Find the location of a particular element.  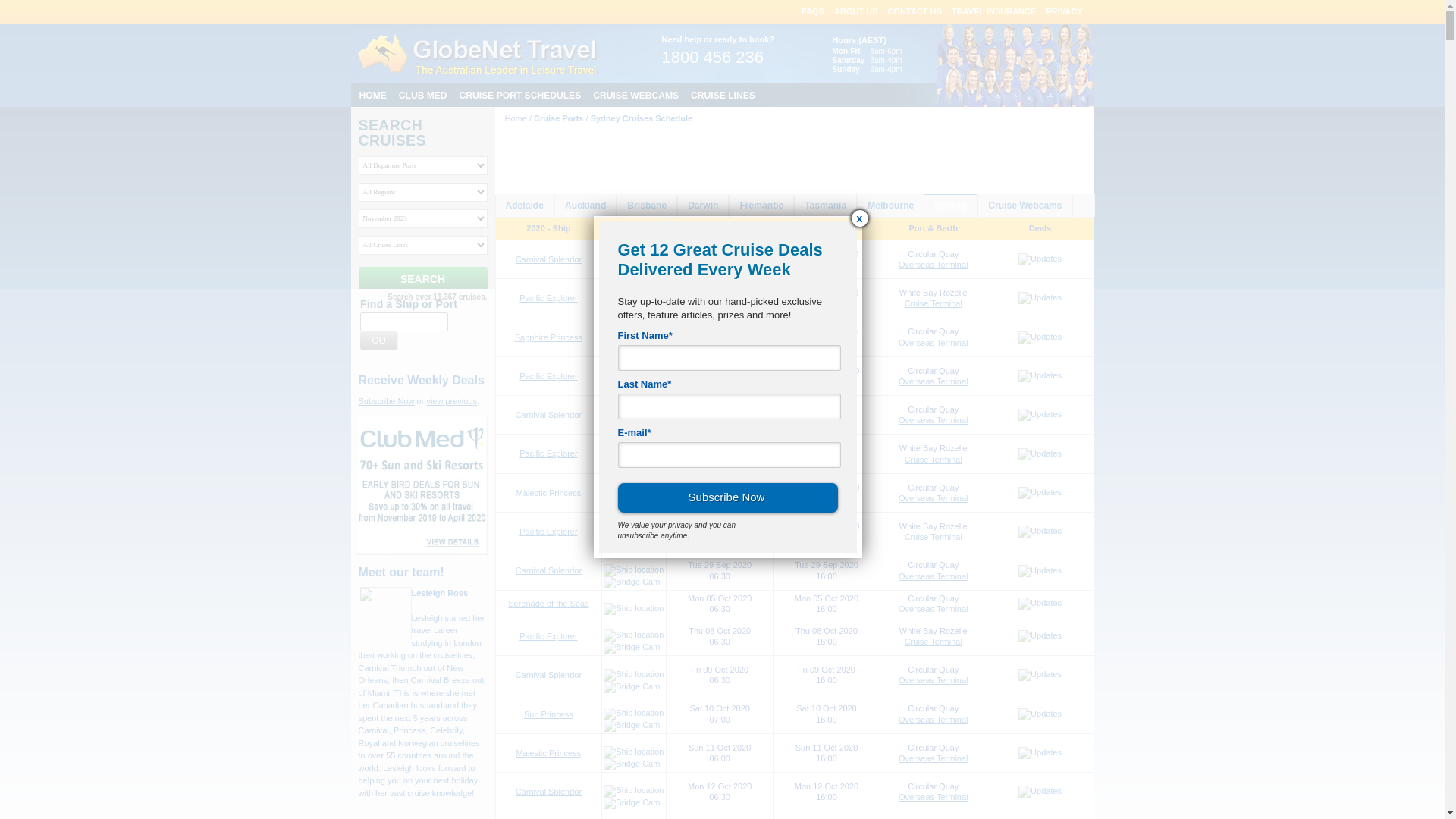

'Bridge Cam' is located at coordinates (603, 270).